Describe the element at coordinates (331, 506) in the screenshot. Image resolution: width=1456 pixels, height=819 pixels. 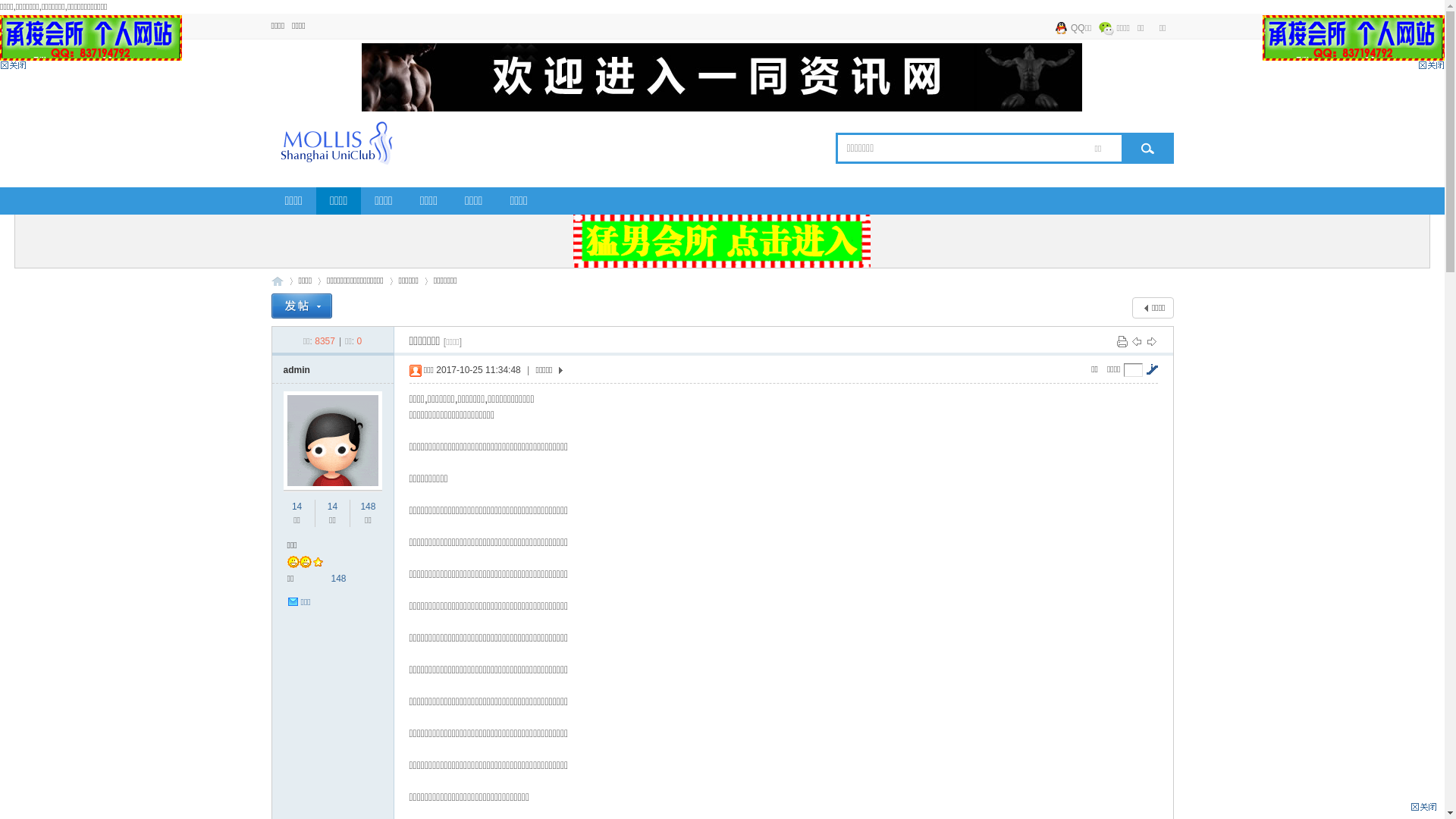
I see `'14'` at that location.